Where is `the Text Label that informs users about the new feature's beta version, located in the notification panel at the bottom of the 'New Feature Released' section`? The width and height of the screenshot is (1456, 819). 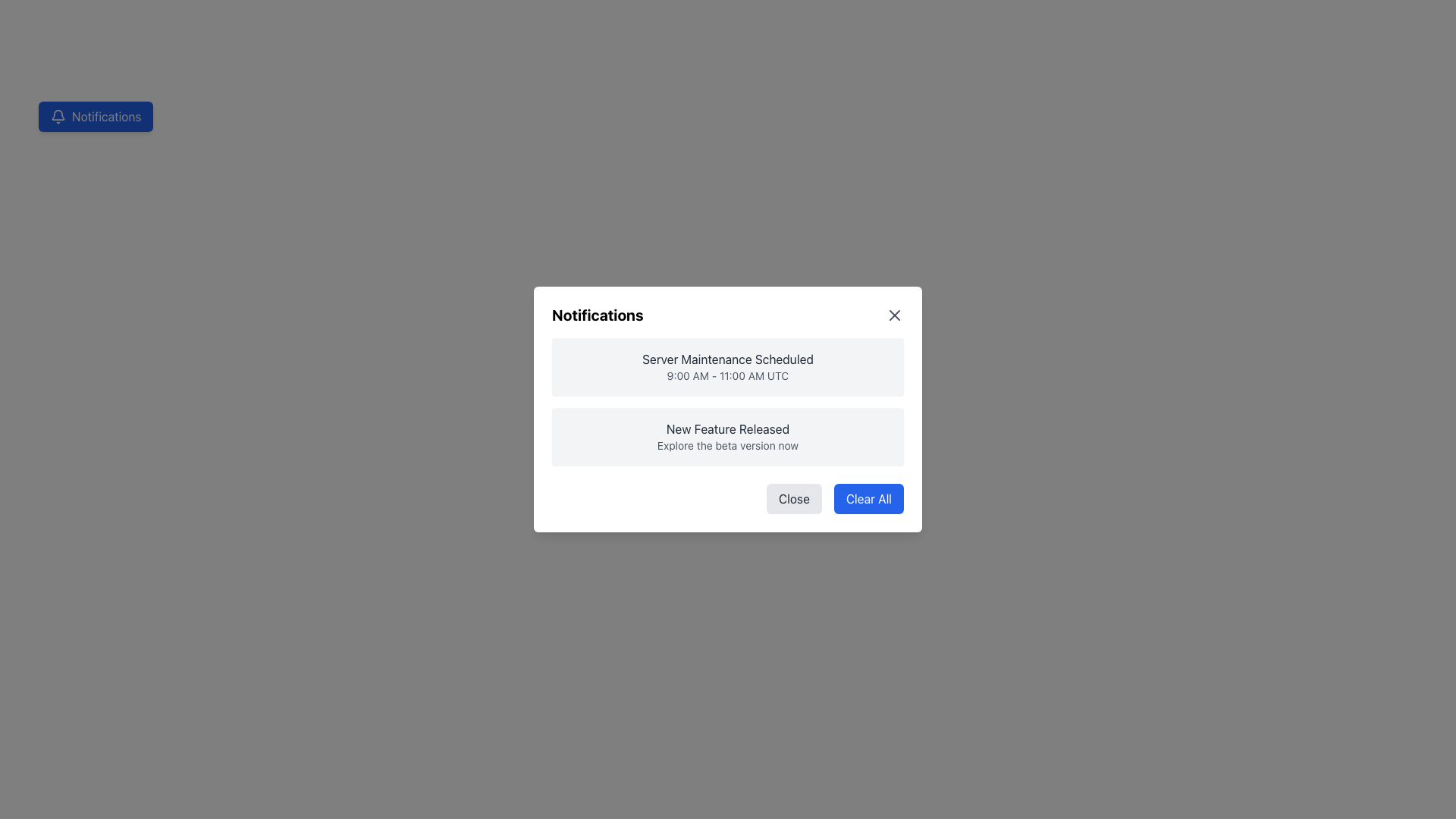 the Text Label that informs users about the new feature's beta version, located in the notification panel at the bottom of the 'New Feature Released' section is located at coordinates (728, 444).